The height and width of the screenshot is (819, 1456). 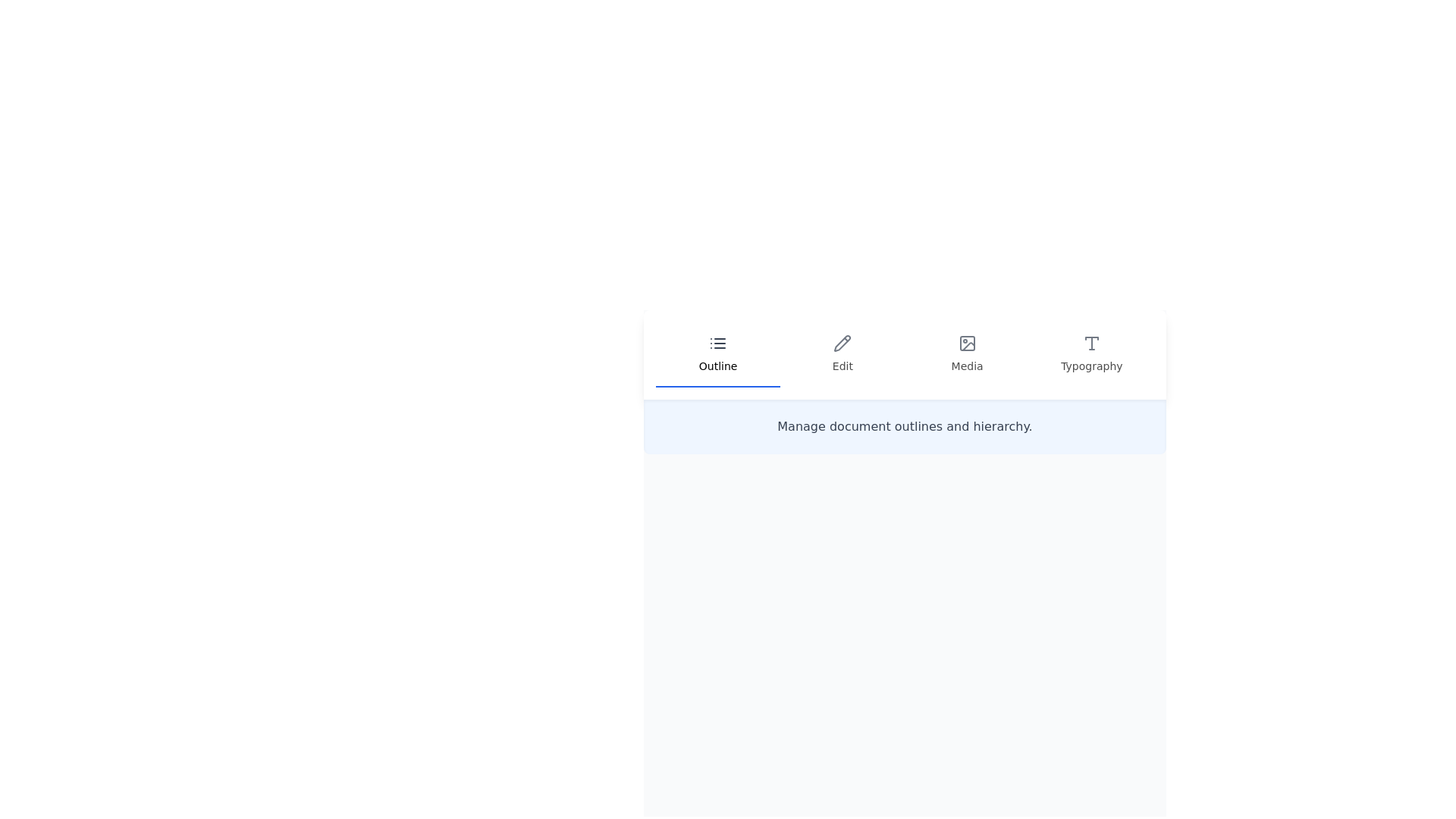 What do you see at coordinates (842, 354) in the screenshot?
I see `the Edit tab by clicking on its corresponding button` at bounding box center [842, 354].